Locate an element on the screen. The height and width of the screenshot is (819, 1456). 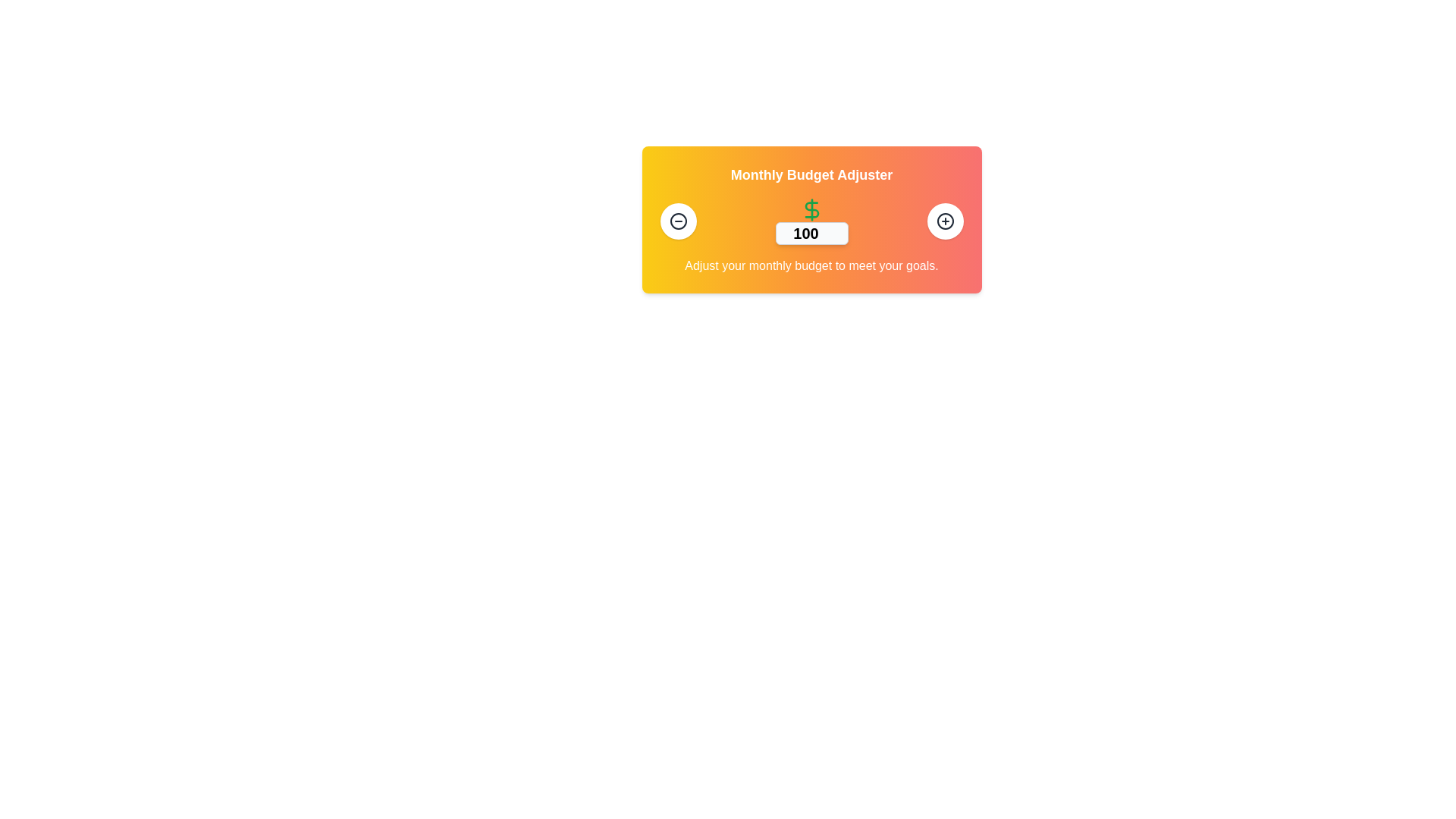
the dollar sign SVG icon, which is styled in vibrant green and represents currency, located above the numeric input field in the 'Monthly Budget Adjuster' card is located at coordinates (811, 210).